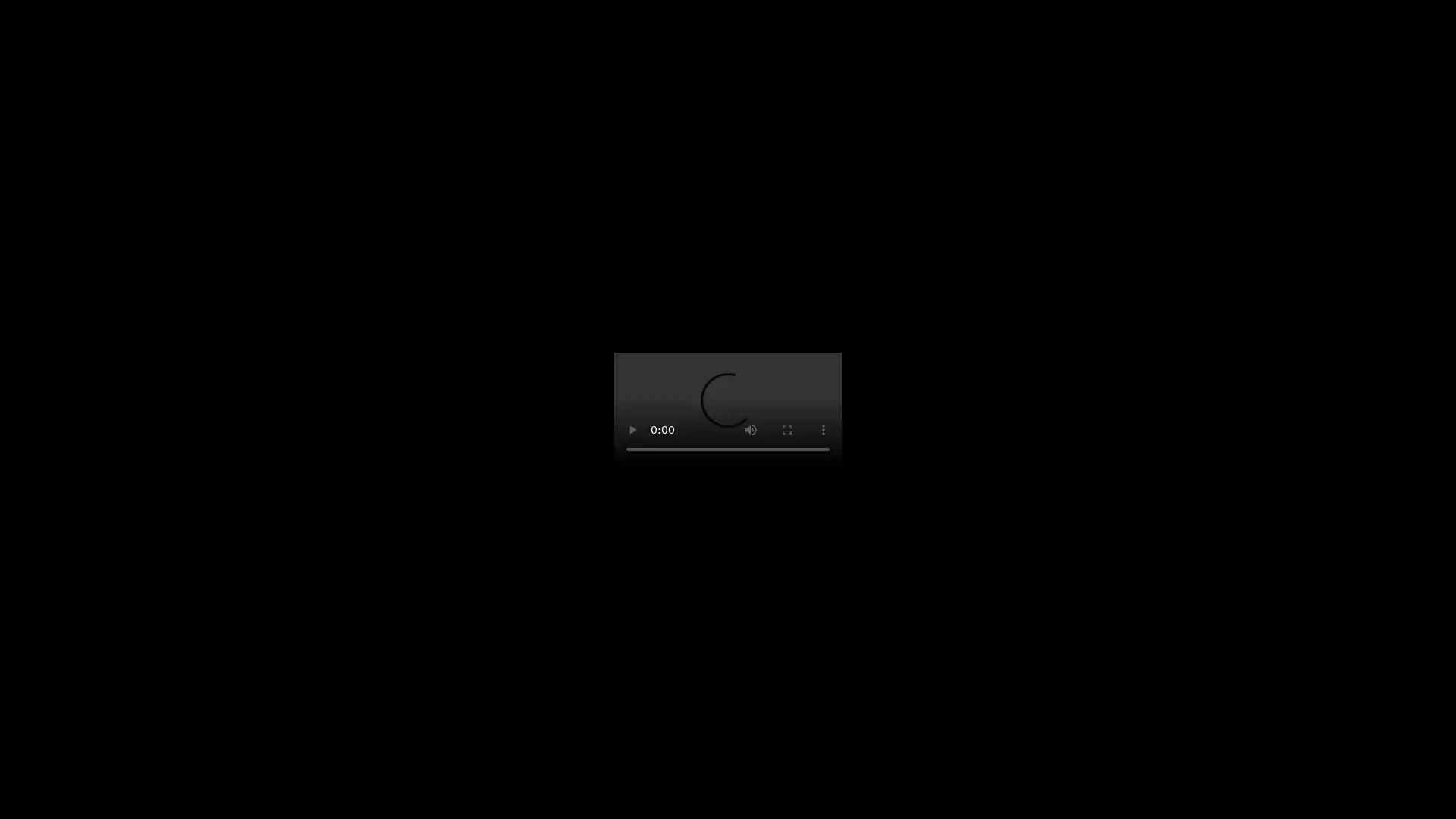 This screenshot has width=1456, height=819. Describe the element at coordinates (750, 430) in the screenshot. I see `mute` at that location.